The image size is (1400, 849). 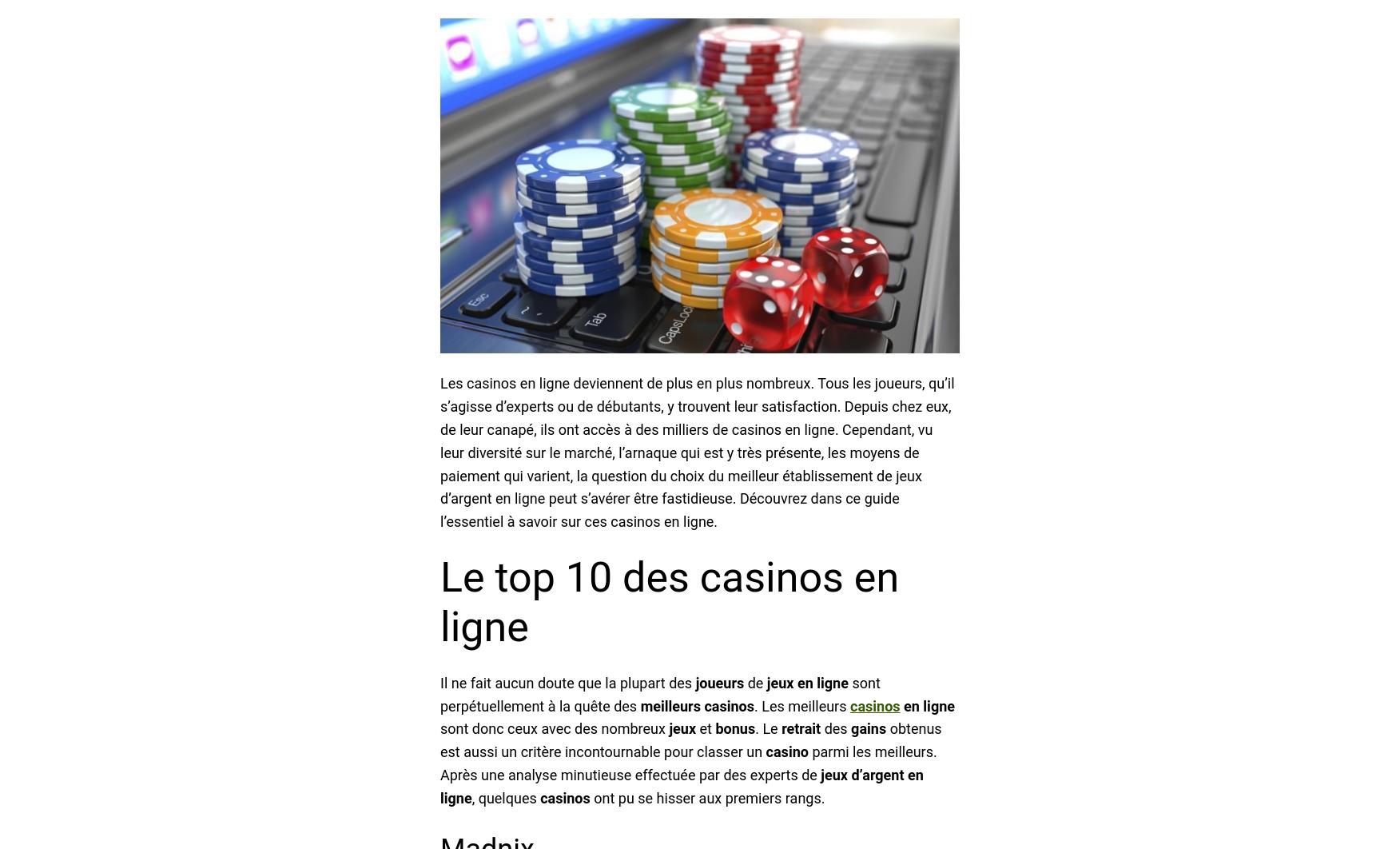 What do you see at coordinates (767, 727) in the screenshot?
I see `'. Le'` at bounding box center [767, 727].